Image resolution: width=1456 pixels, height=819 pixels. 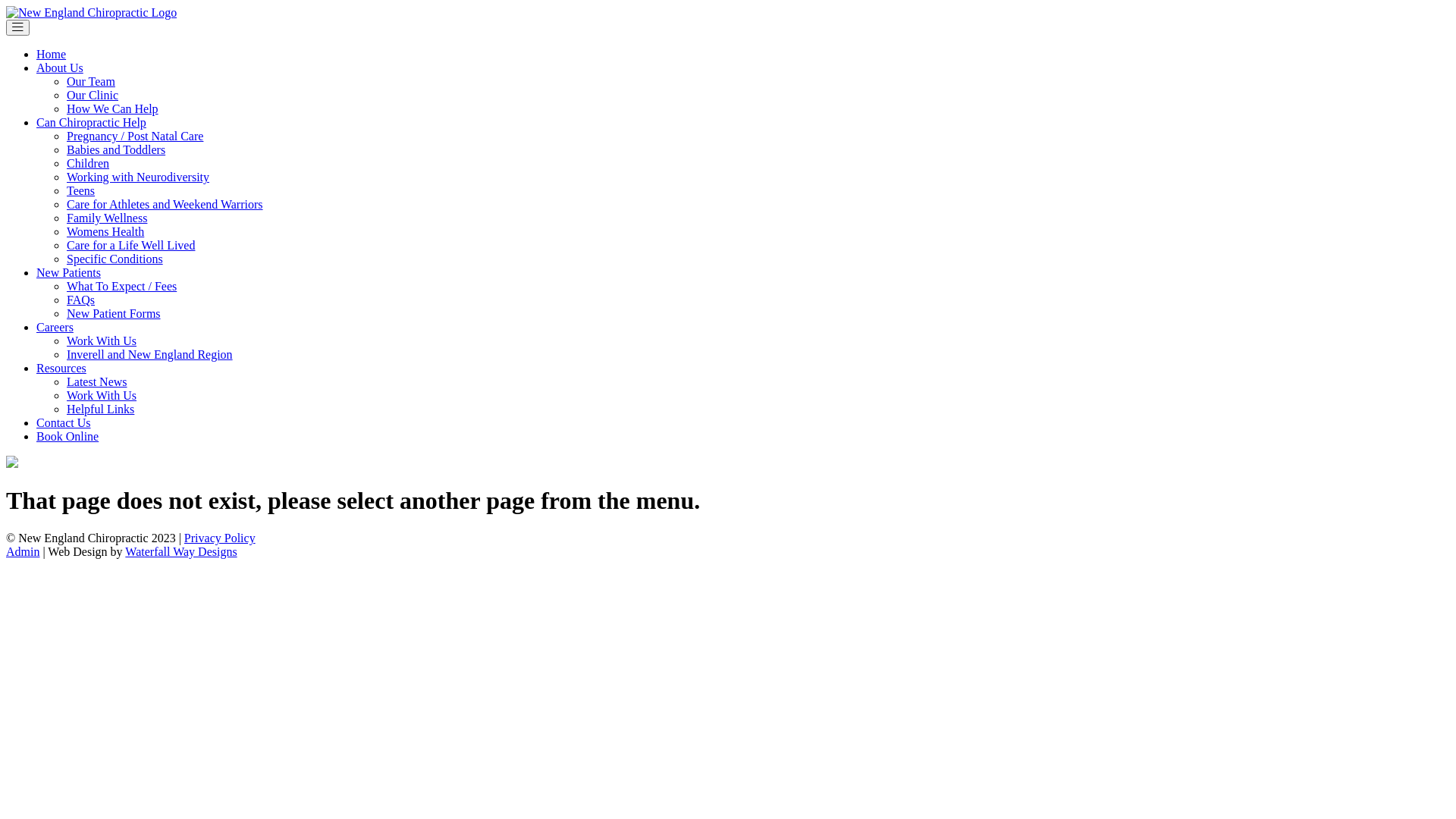 I want to click on 'New Patient Forms', so click(x=112, y=312).